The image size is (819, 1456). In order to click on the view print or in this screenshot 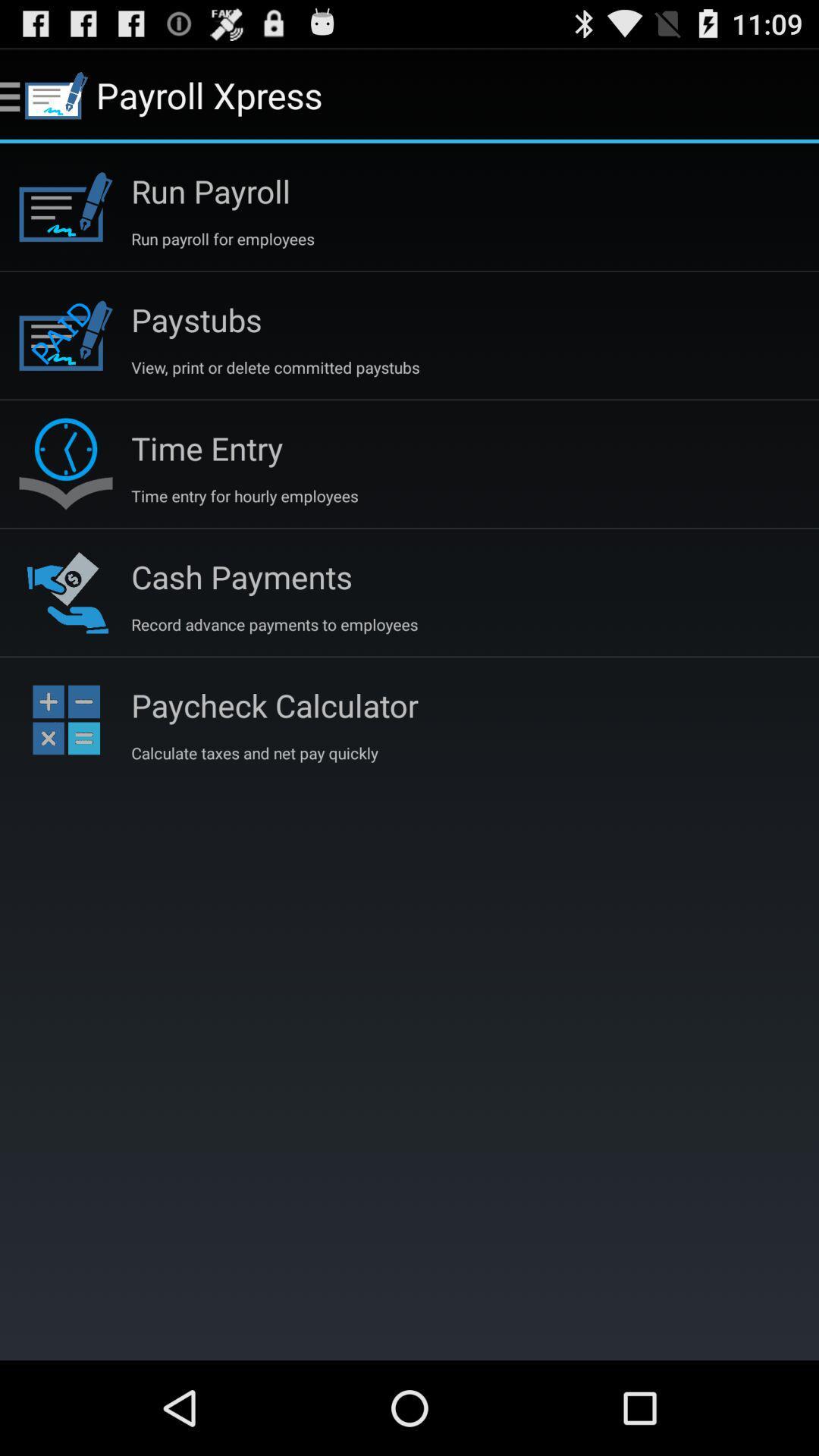, I will do `click(275, 367)`.